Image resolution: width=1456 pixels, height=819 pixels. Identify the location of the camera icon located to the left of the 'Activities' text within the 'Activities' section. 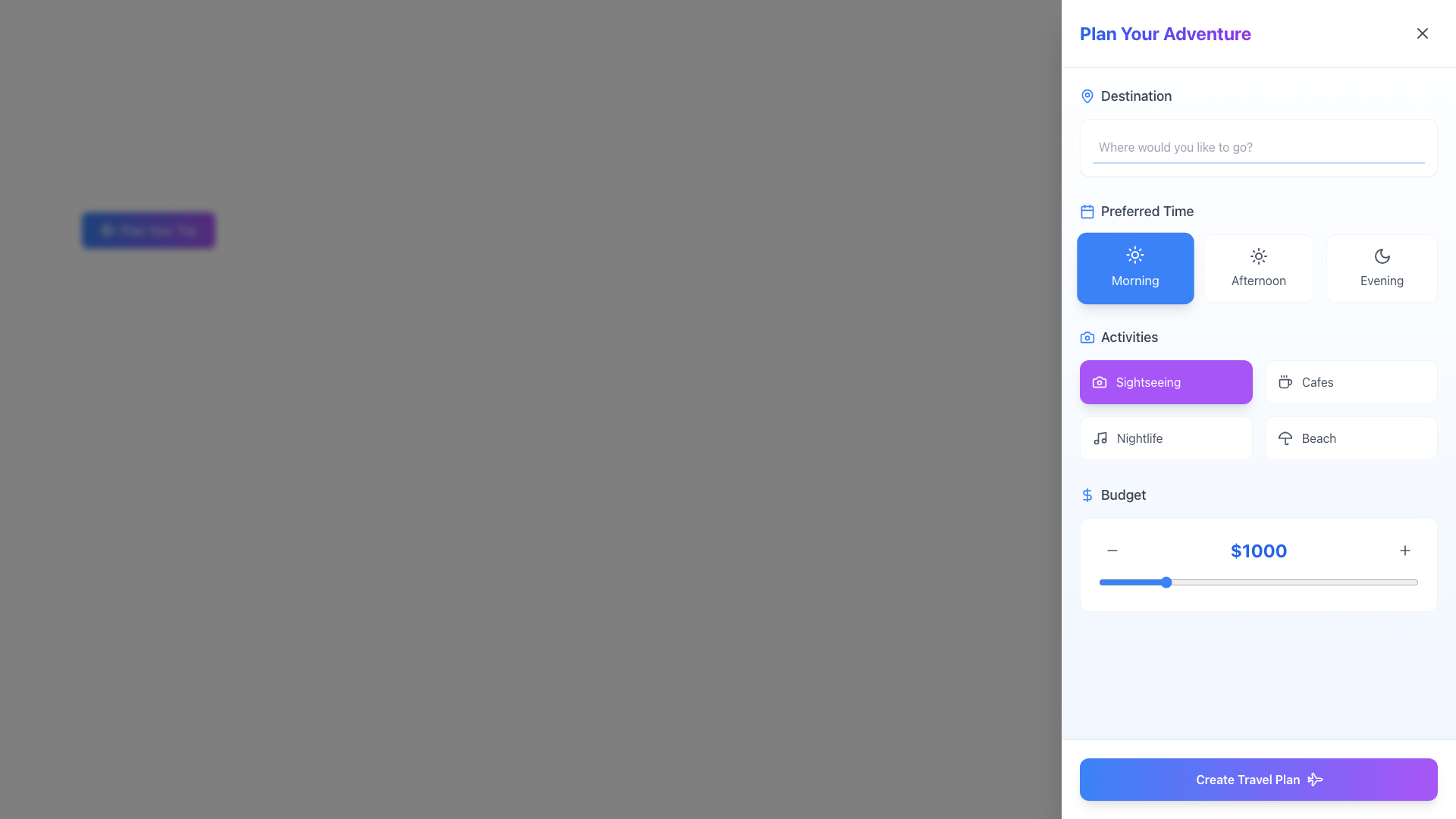
(1087, 336).